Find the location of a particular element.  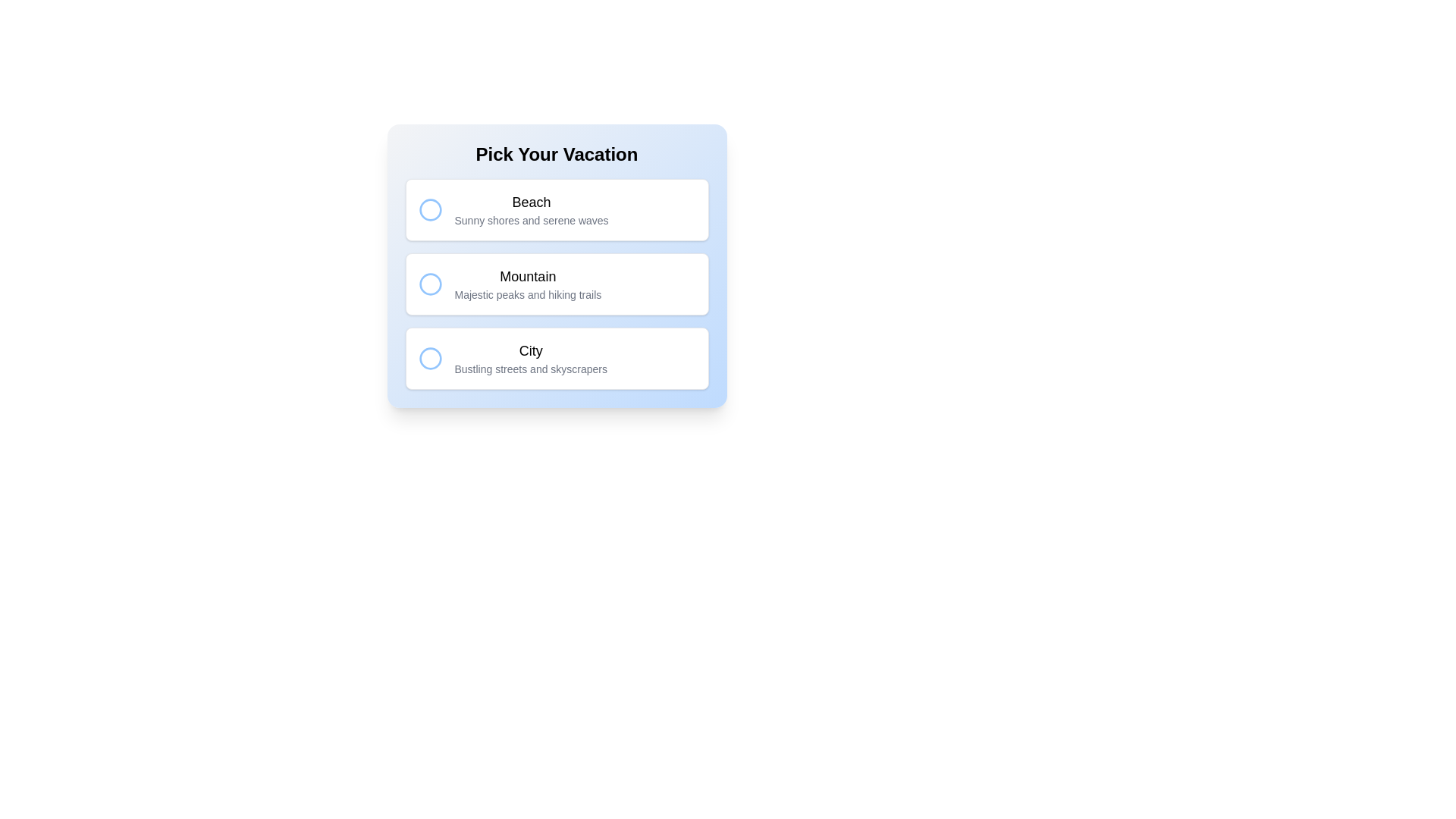

the radio button is located at coordinates (429, 210).